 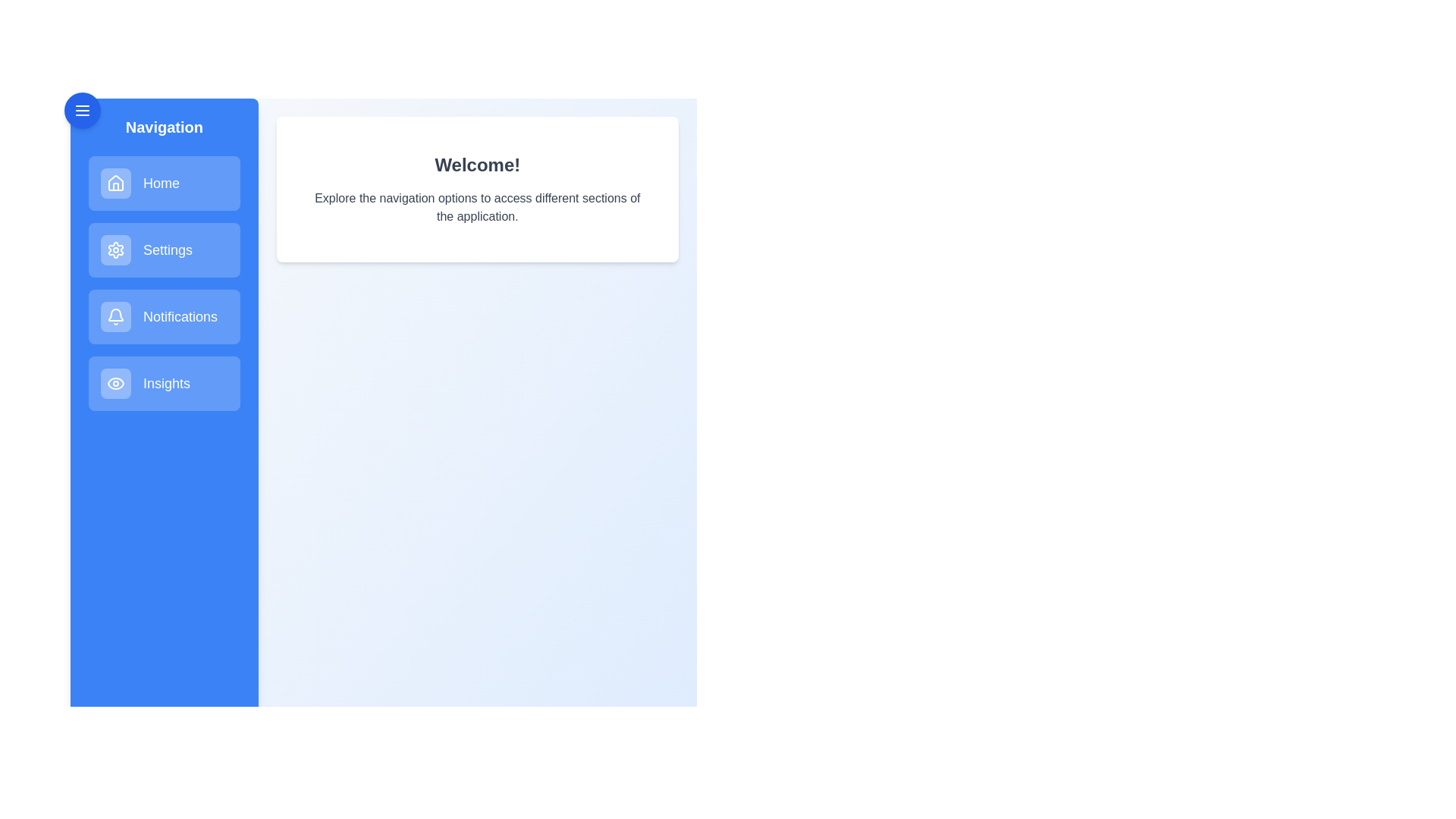 What do you see at coordinates (164, 249) in the screenshot?
I see `the menu item corresponding to Settings` at bounding box center [164, 249].